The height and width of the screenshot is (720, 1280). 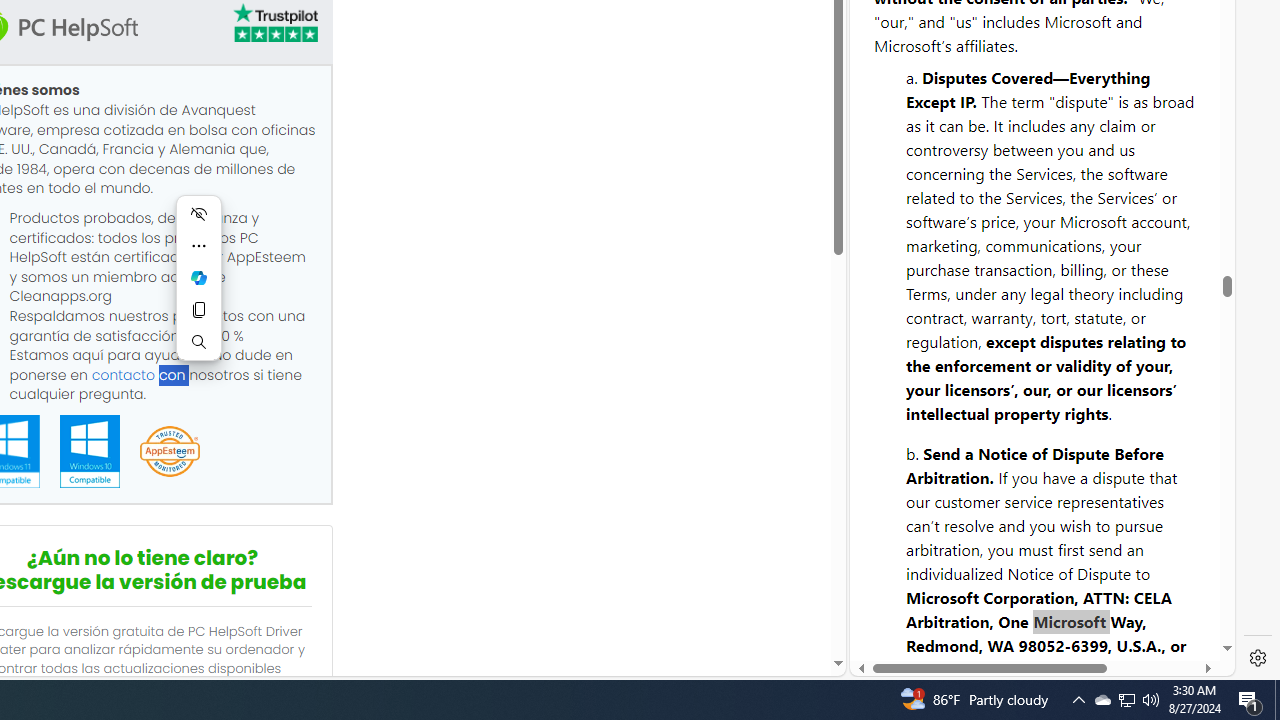 I want to click on 'Mini menu on text selection', so click(x=199, y=277).